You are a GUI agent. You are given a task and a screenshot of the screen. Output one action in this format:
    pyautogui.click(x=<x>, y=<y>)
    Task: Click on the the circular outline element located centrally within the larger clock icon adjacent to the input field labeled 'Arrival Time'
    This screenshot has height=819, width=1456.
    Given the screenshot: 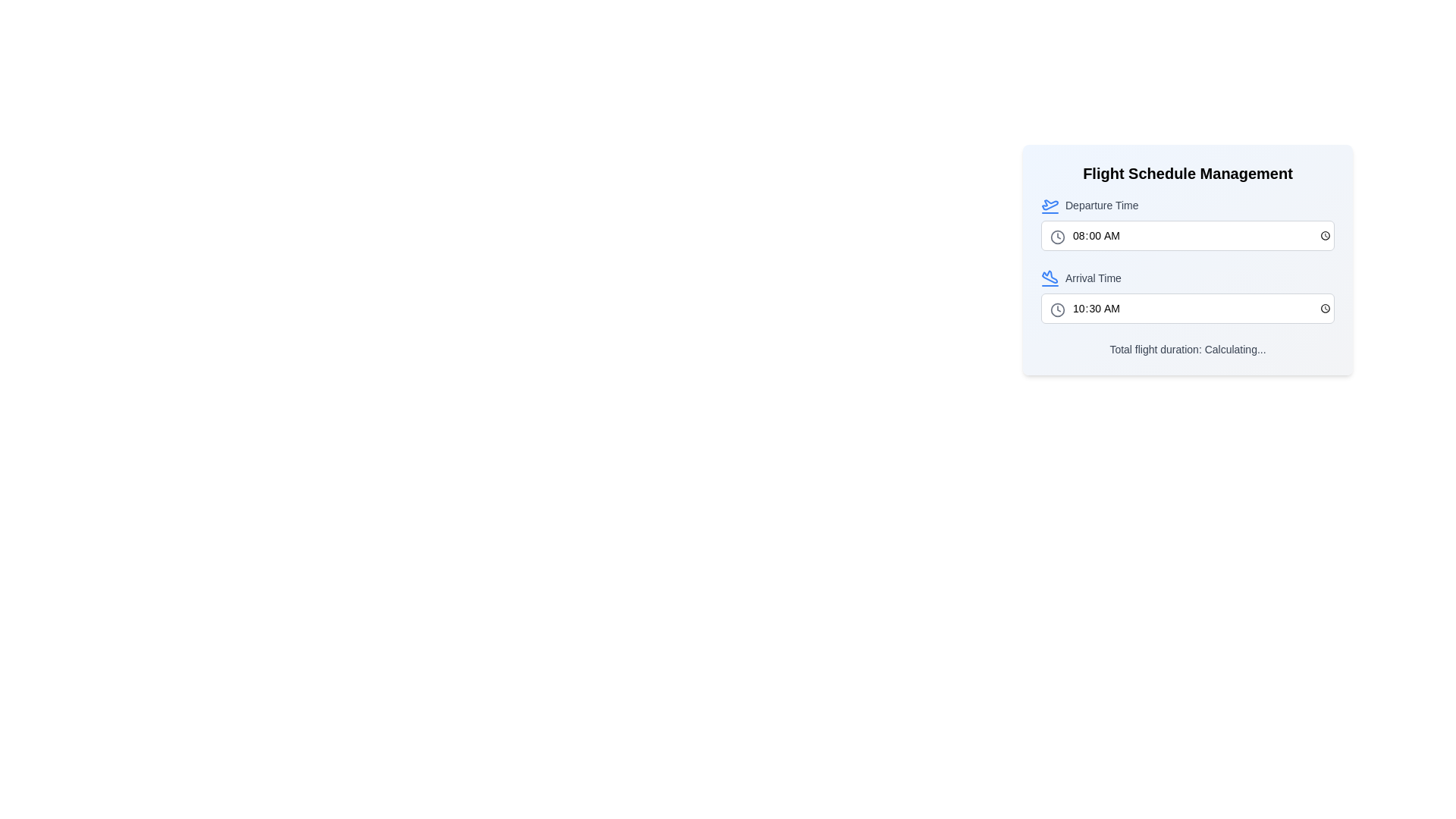 What is the action you would take?
    pyautogui.click(x=1057, y=309)
    